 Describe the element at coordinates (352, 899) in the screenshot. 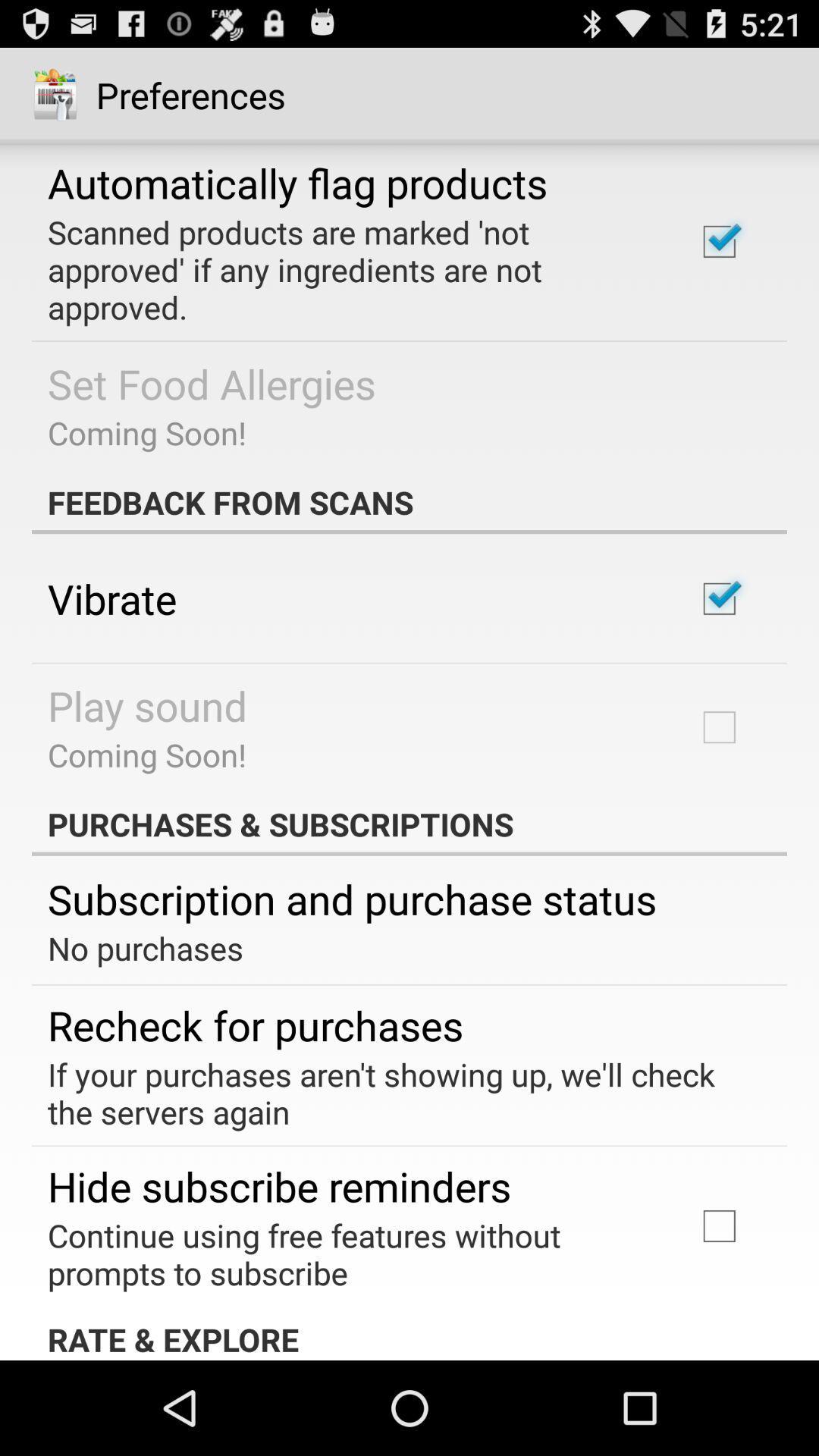

I see `the subscription and purchase item` at that location.